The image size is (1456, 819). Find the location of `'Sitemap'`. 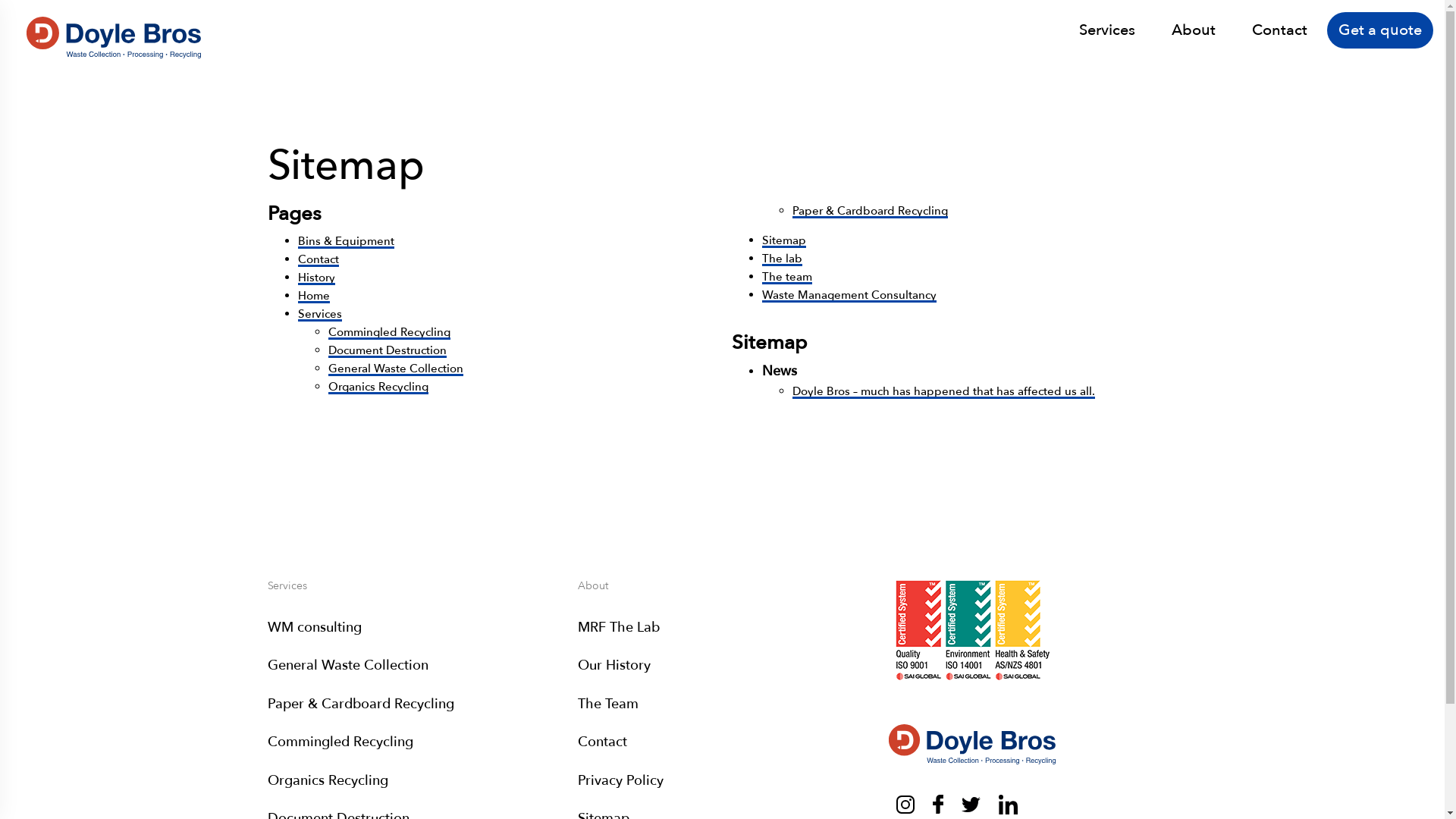

'Sitemap' is located at coordinates (761, 239).